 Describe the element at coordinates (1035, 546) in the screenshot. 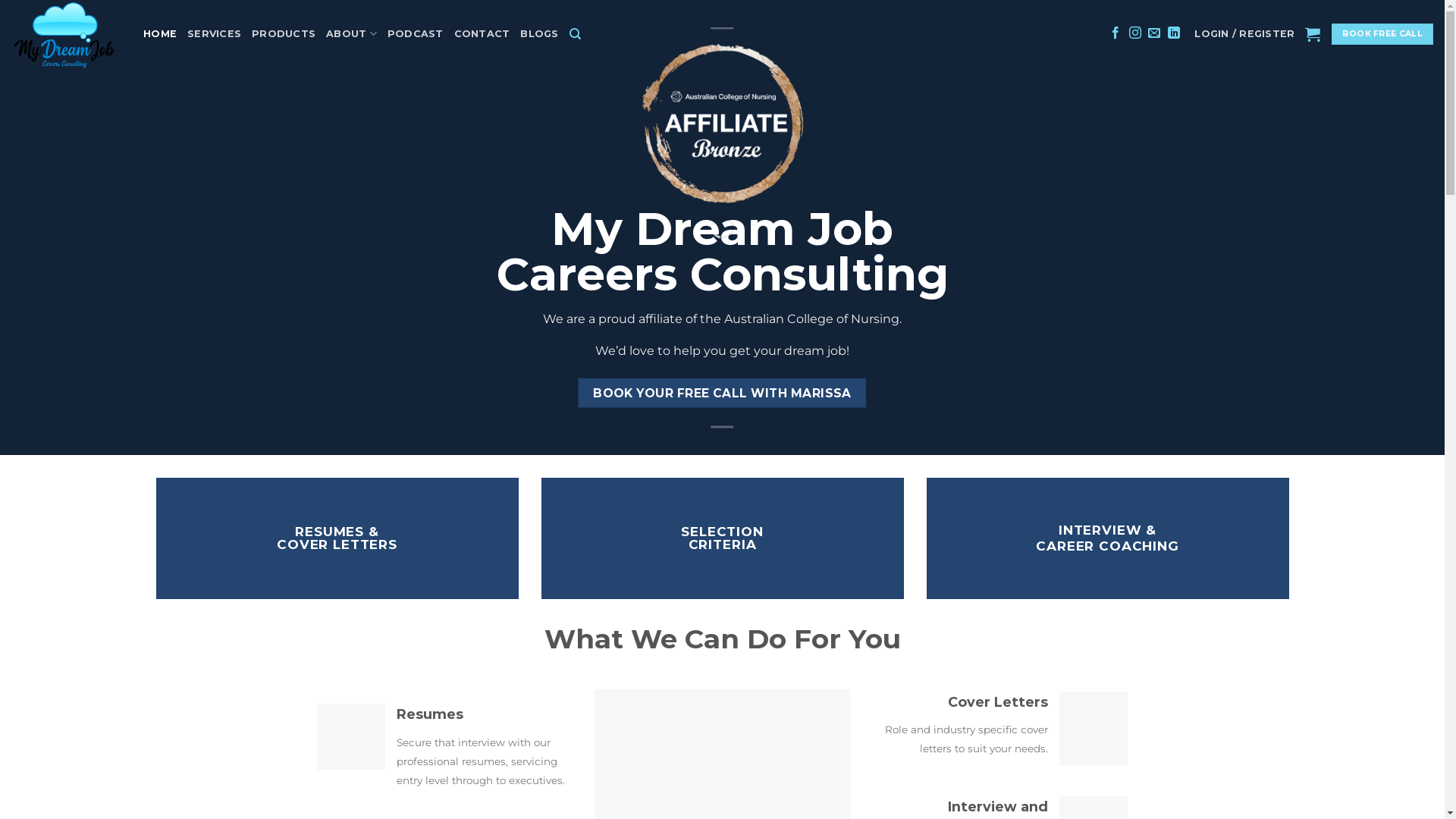

I see `'CAREER COACHING'` at that location.